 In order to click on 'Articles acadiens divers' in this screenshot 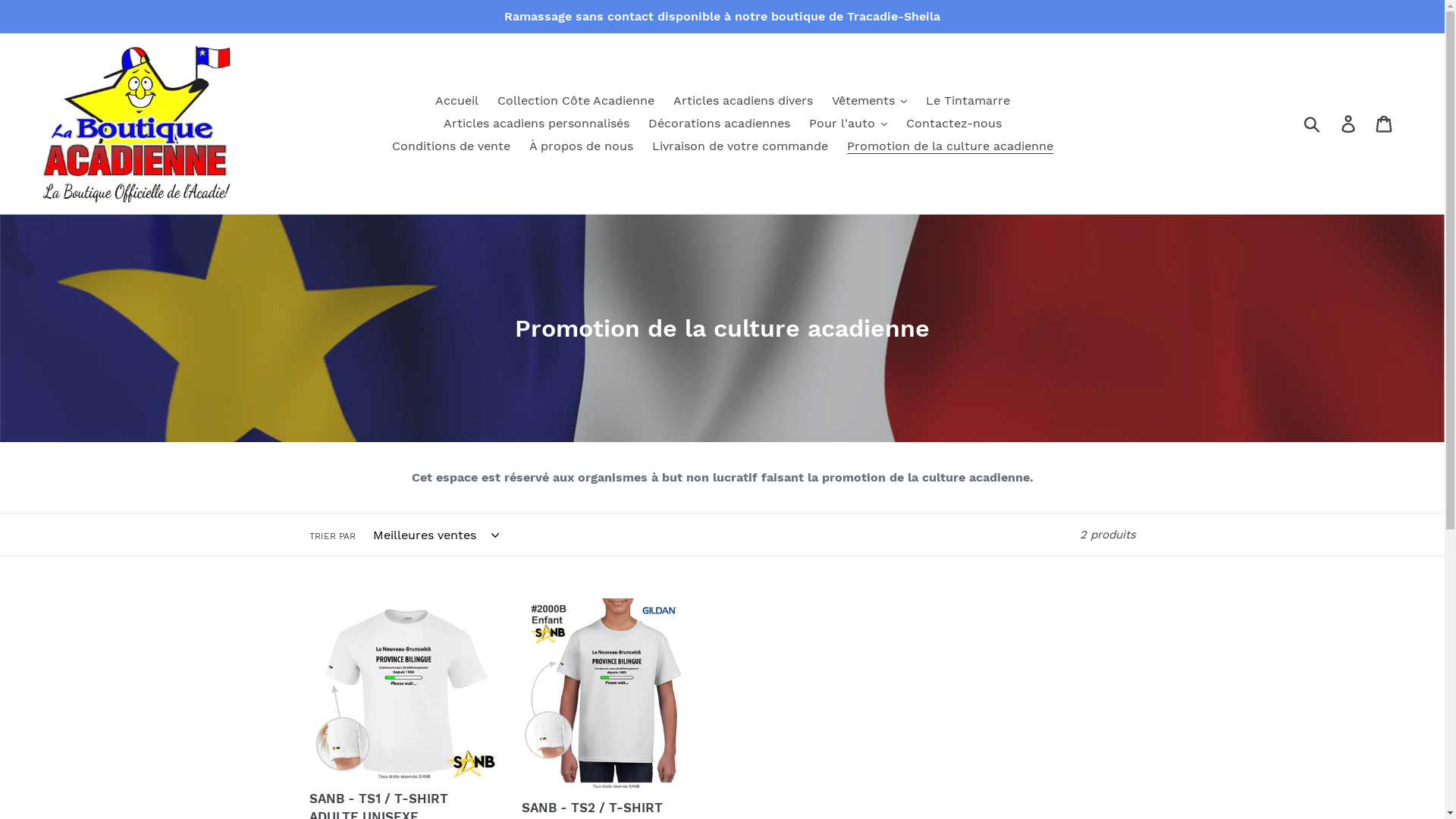, I will do `click(742, 100)`.